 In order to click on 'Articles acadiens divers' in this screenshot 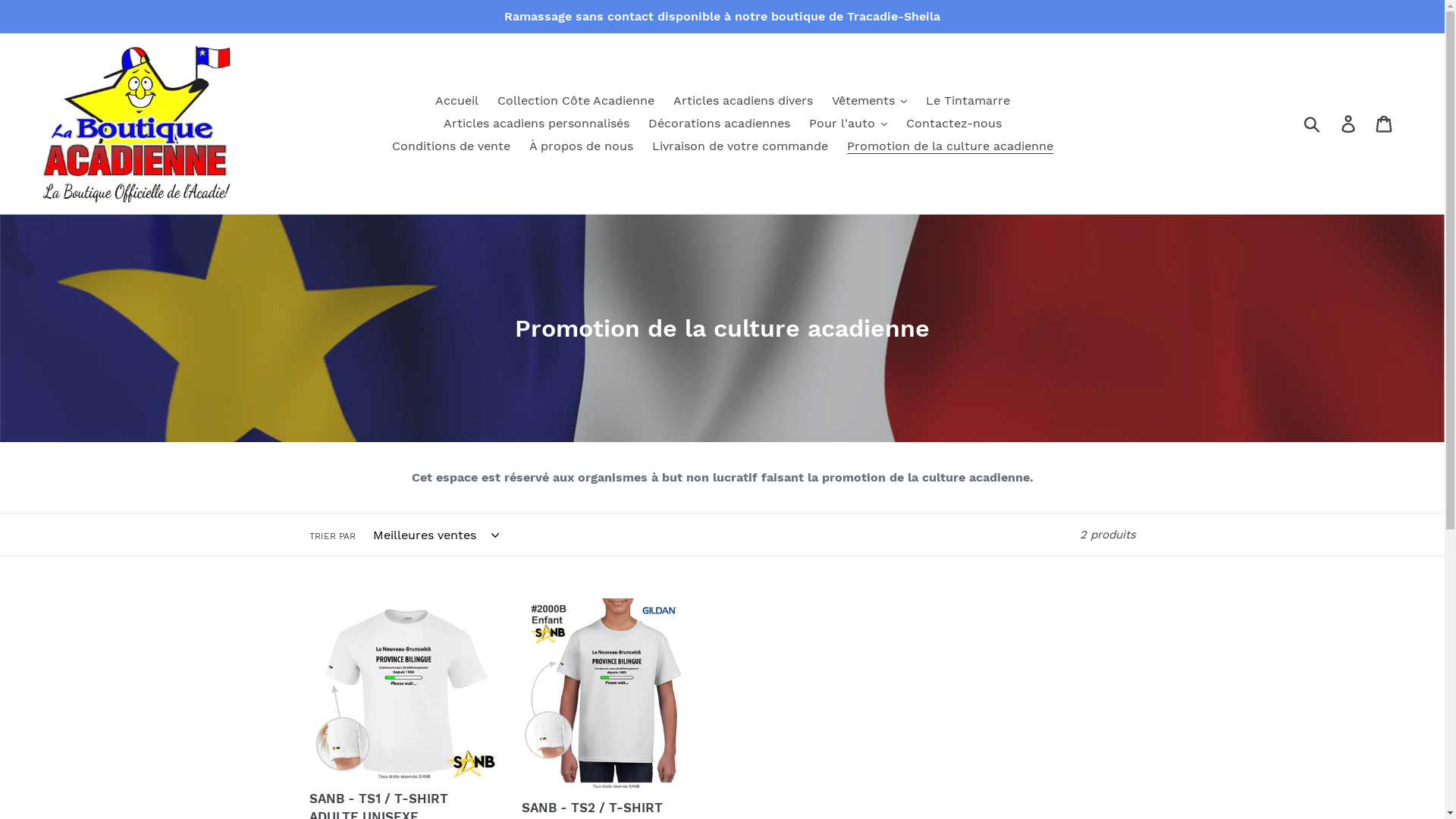, I will do `click(742, 100)`.